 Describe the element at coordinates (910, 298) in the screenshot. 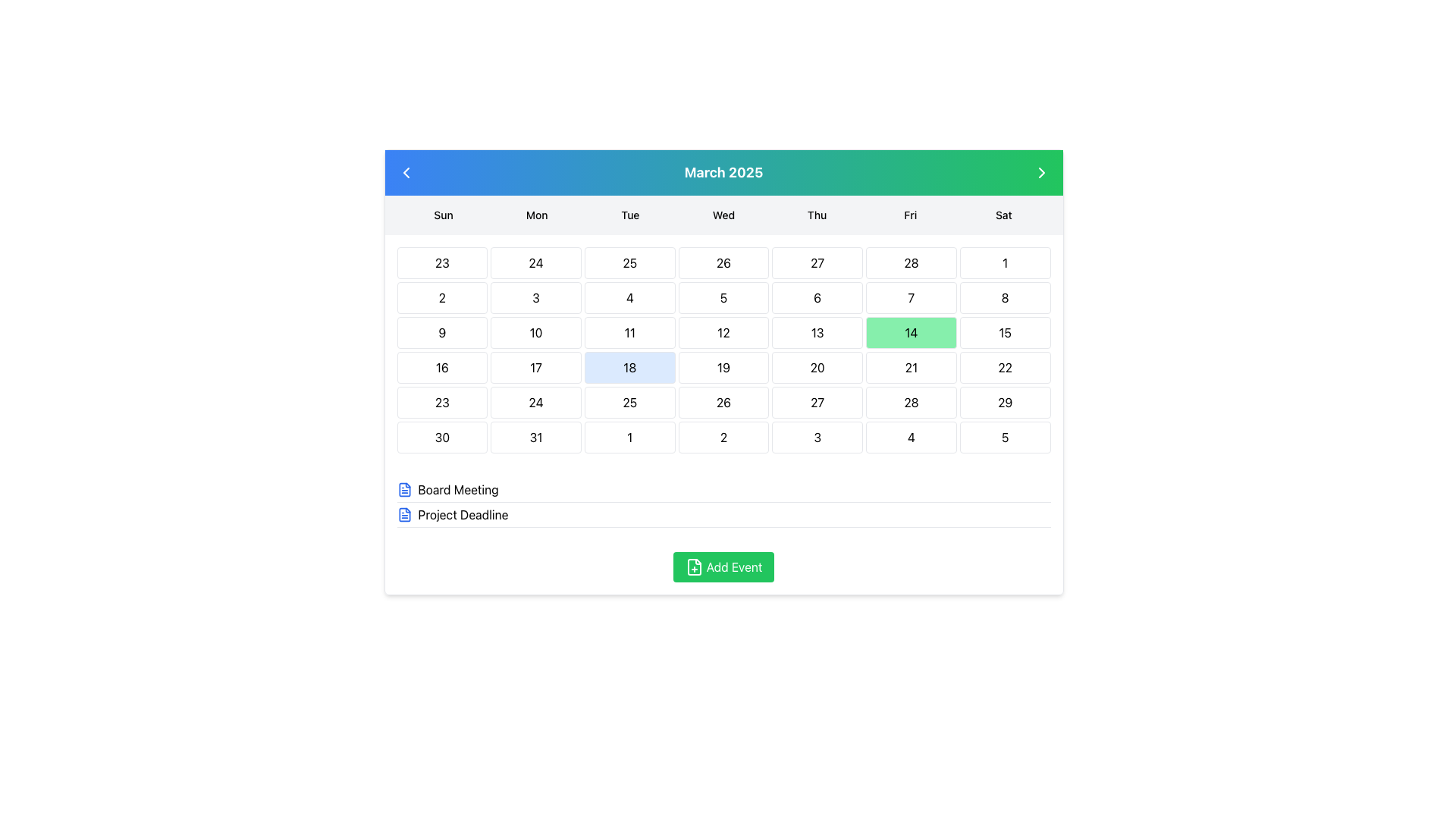

I see `on the calendar cell displaying the text '7' in the second row and sixth column of the weekly calendar layout for additional options` at that location.